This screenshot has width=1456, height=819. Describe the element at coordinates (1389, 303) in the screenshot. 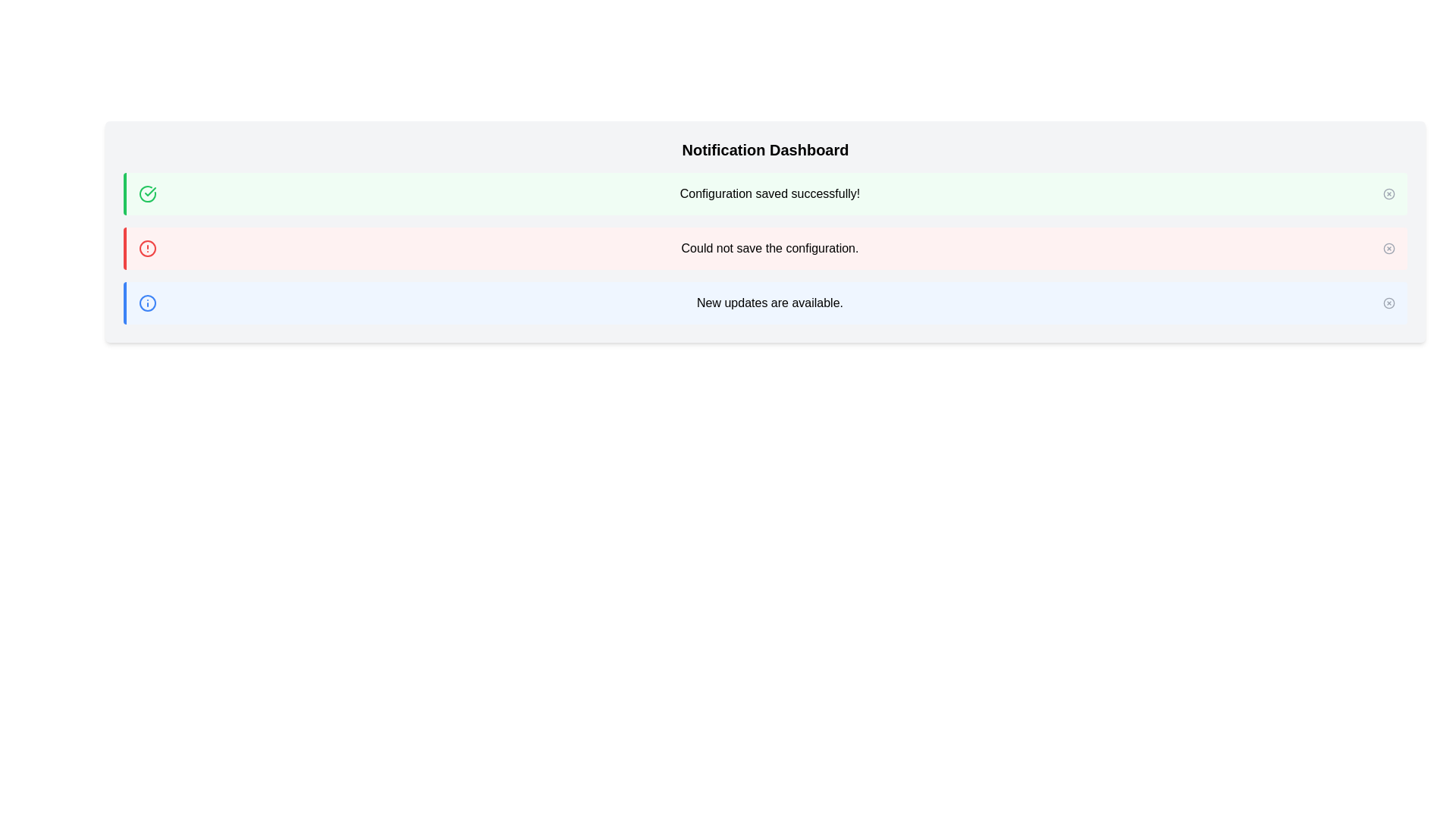

I see `the circular graphical element located within the larger square icon on the right end of the blue notification bar that indicates 'New updates are available.'` at that location.